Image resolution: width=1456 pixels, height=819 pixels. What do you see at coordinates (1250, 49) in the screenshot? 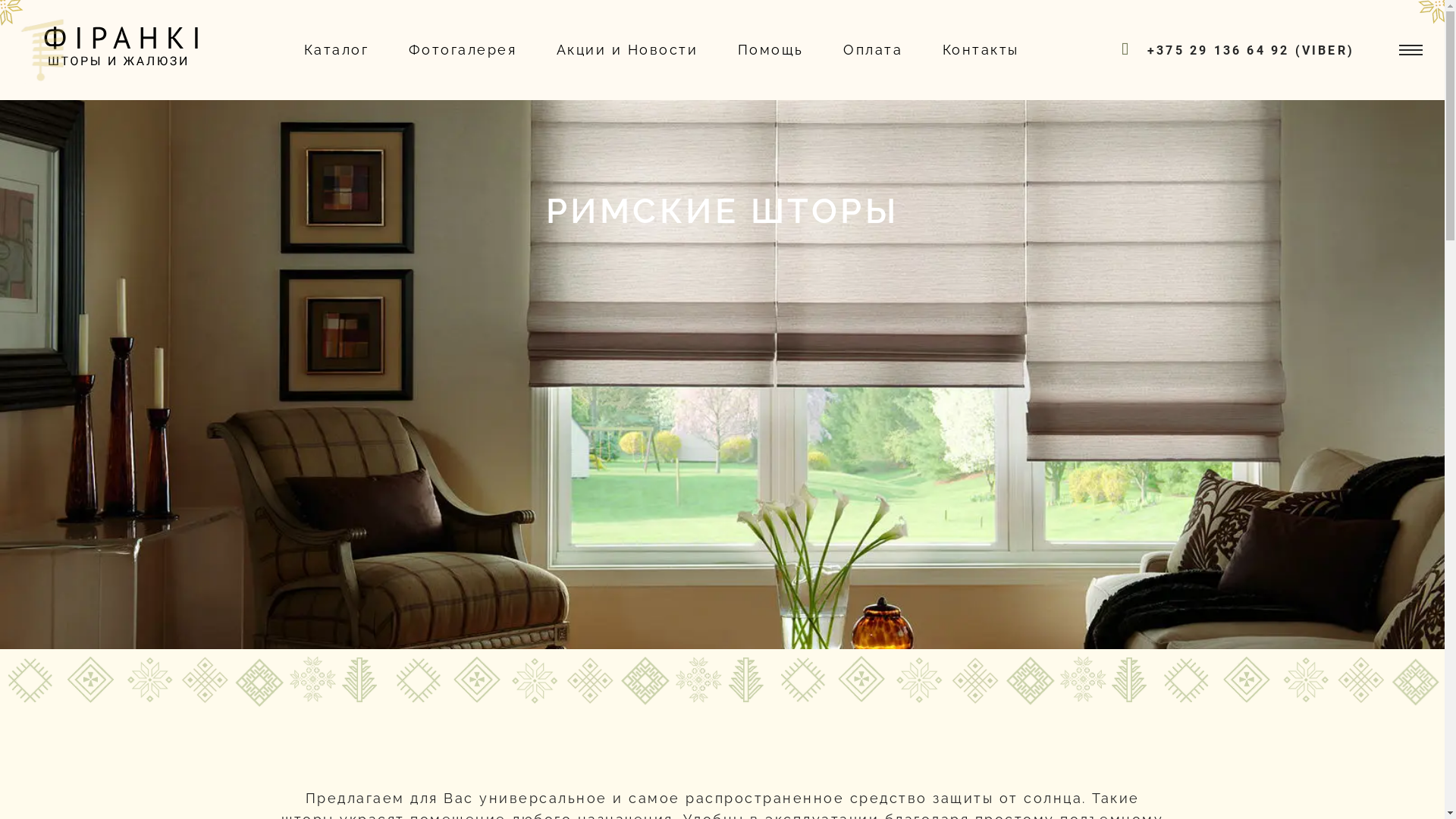
I see `'+375 29 136 64 92 (VIBER)'` at bounding box center [1250, 49].